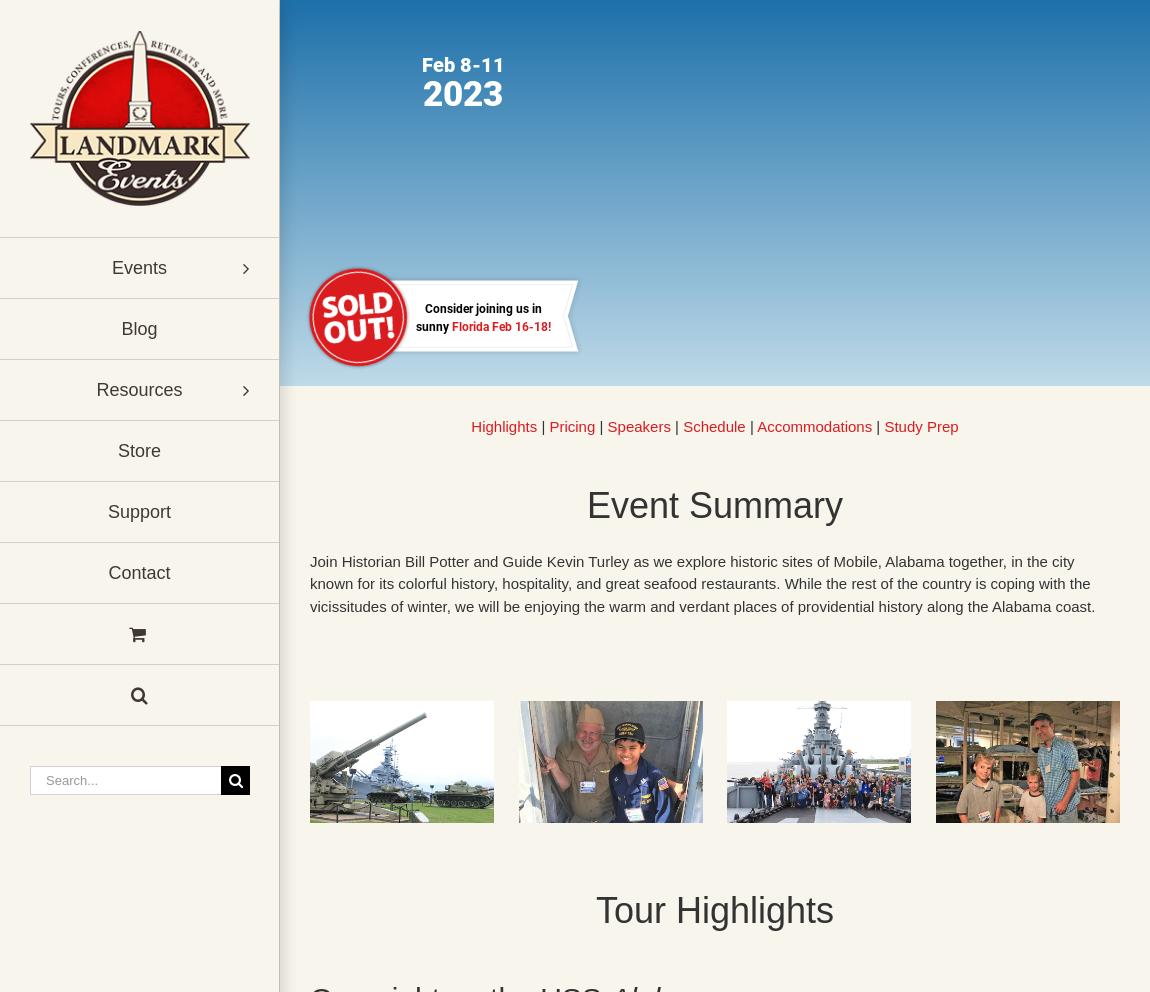 This screenshot has width=1150, height=992. What do you see at coordinates (138, 389) in the screenshot?
I see `'Resources'` at bounding box center [138, 389].